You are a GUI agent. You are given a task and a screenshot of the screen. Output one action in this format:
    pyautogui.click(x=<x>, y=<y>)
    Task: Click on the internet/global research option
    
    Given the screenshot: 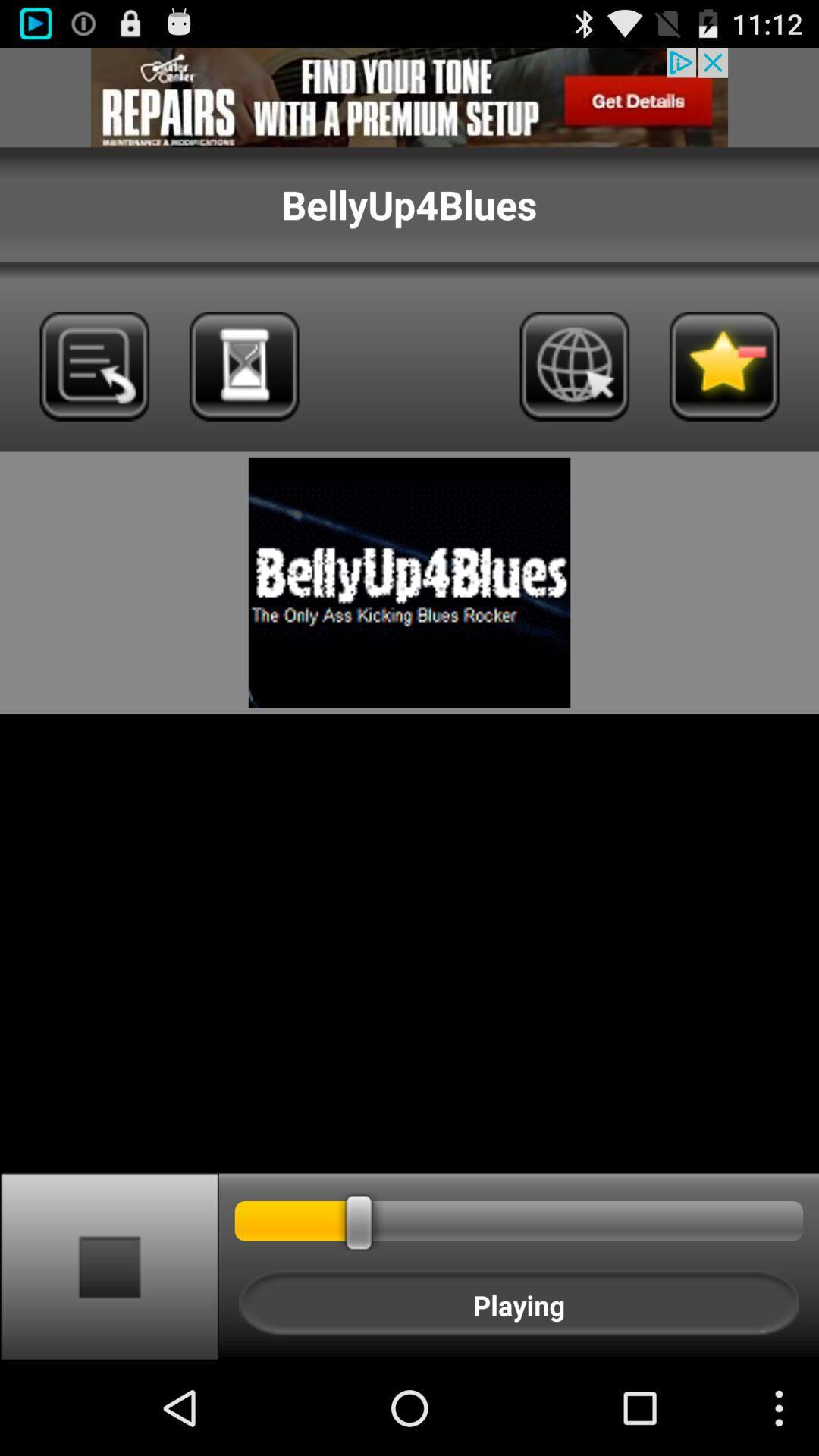 What is the action you would take?
    pyautogui.click(x=574, y=366)
    